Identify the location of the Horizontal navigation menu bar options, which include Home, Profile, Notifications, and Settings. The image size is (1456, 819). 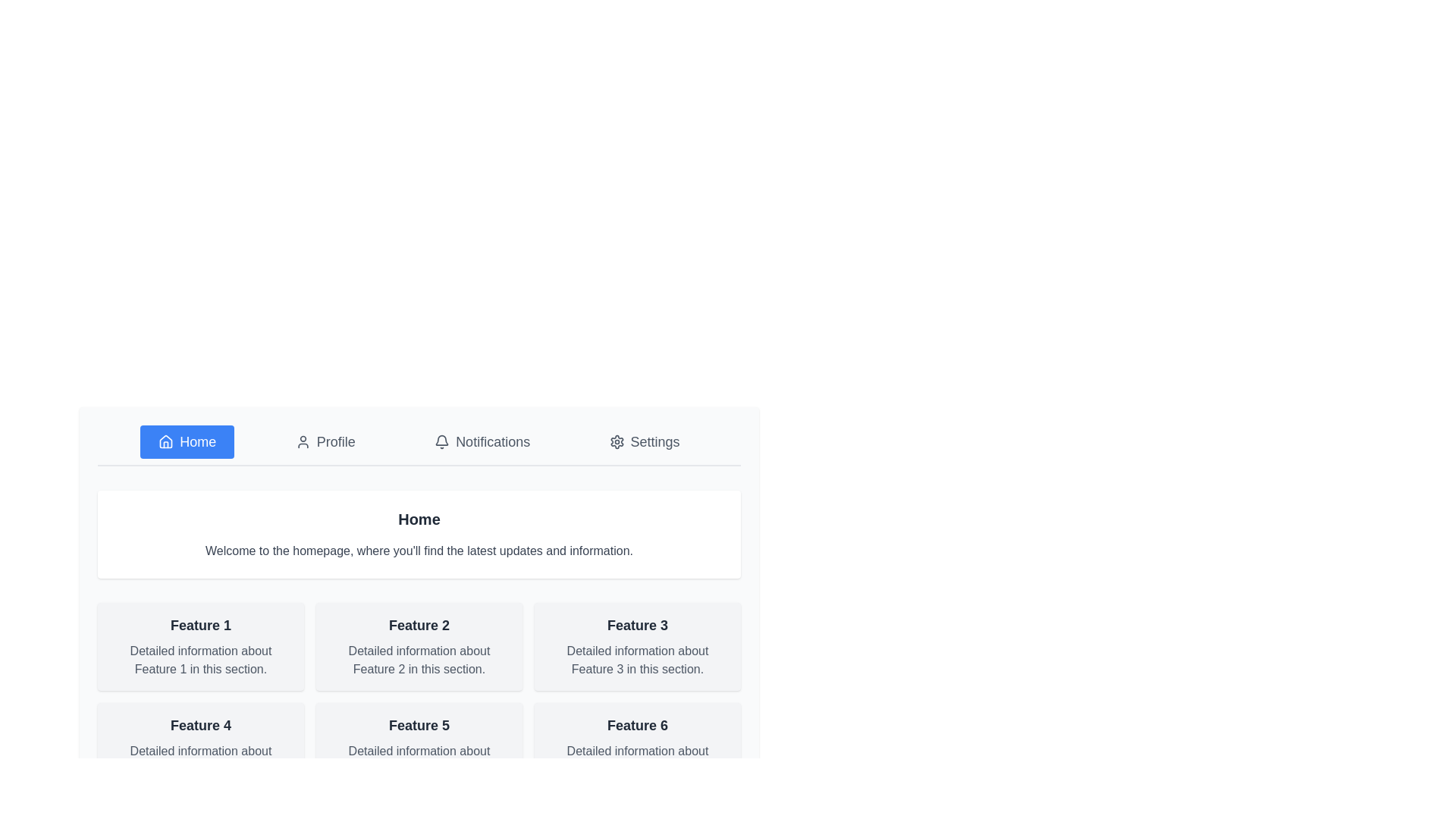
(419, 444).